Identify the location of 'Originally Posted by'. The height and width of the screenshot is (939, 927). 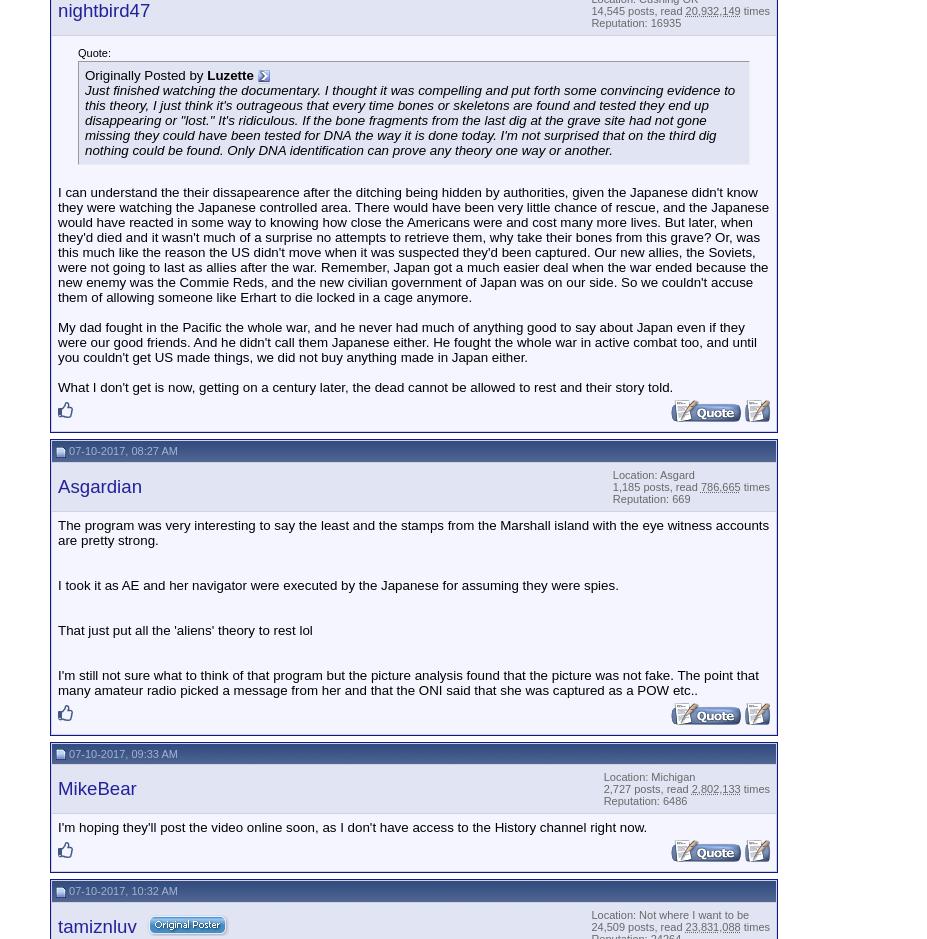
(84, 74).